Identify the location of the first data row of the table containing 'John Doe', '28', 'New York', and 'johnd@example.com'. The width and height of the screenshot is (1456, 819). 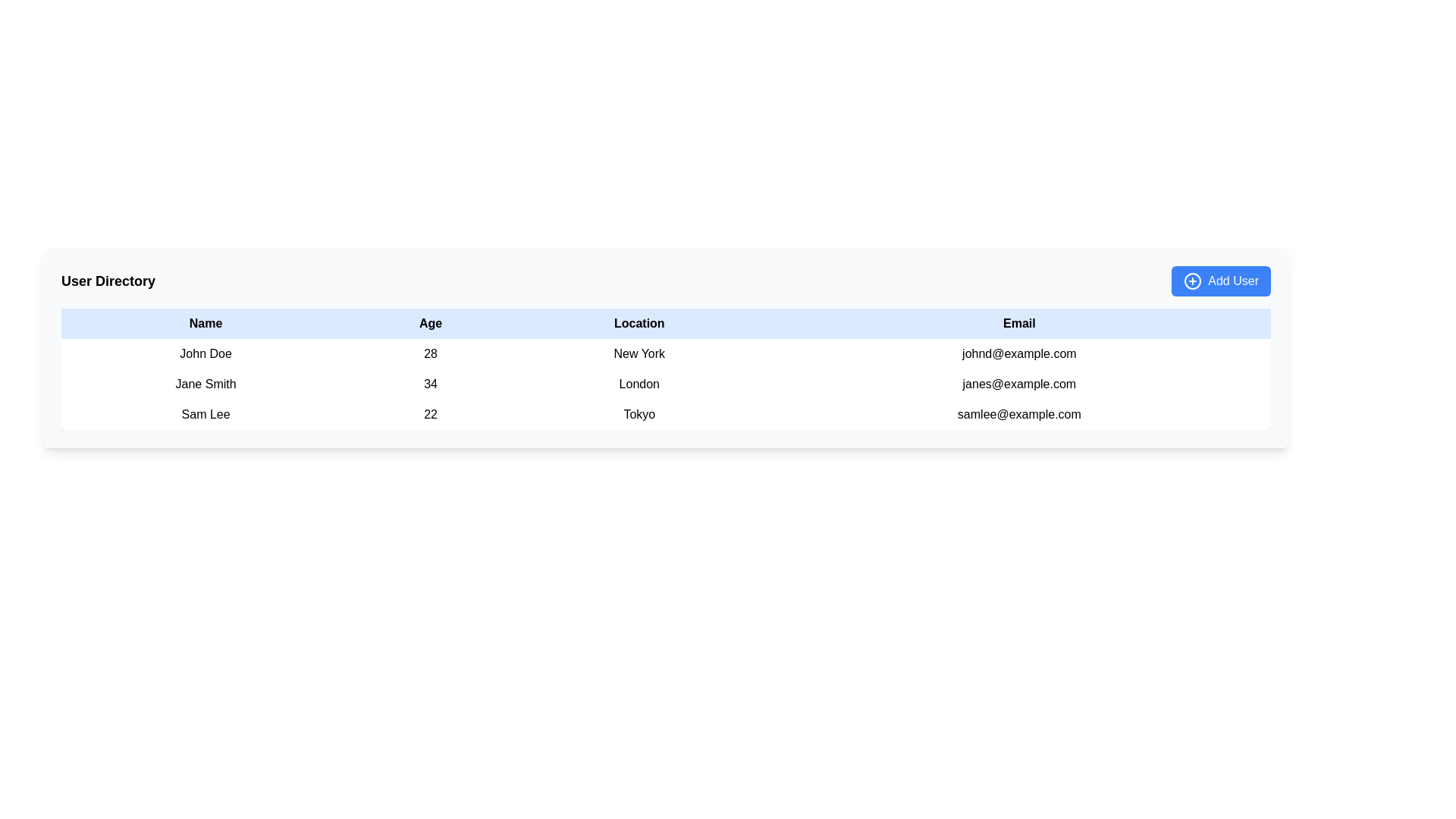
(666, 353).